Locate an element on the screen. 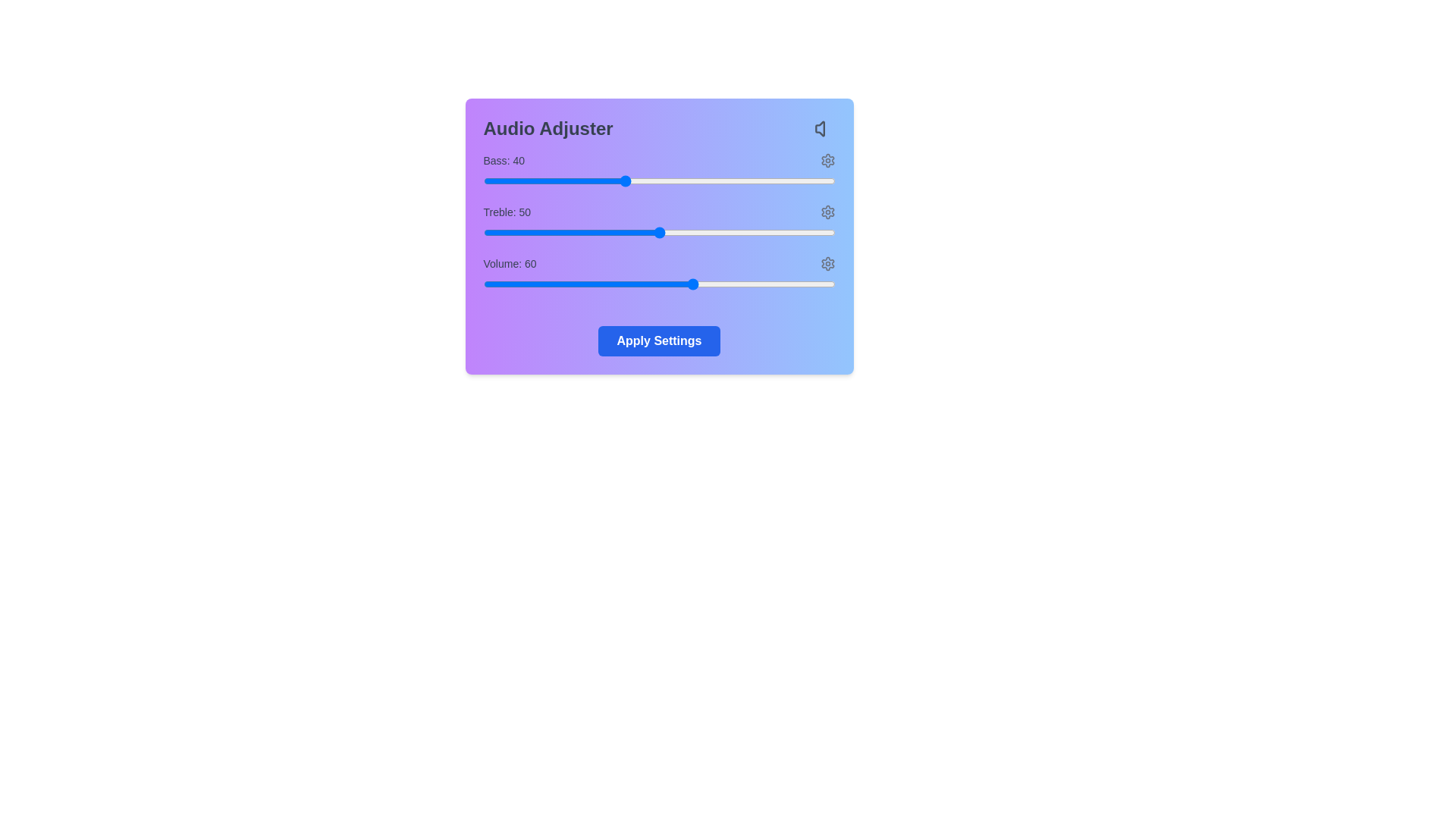 The image size is (1456, 819). volume level is located at coordinates (764, 284).